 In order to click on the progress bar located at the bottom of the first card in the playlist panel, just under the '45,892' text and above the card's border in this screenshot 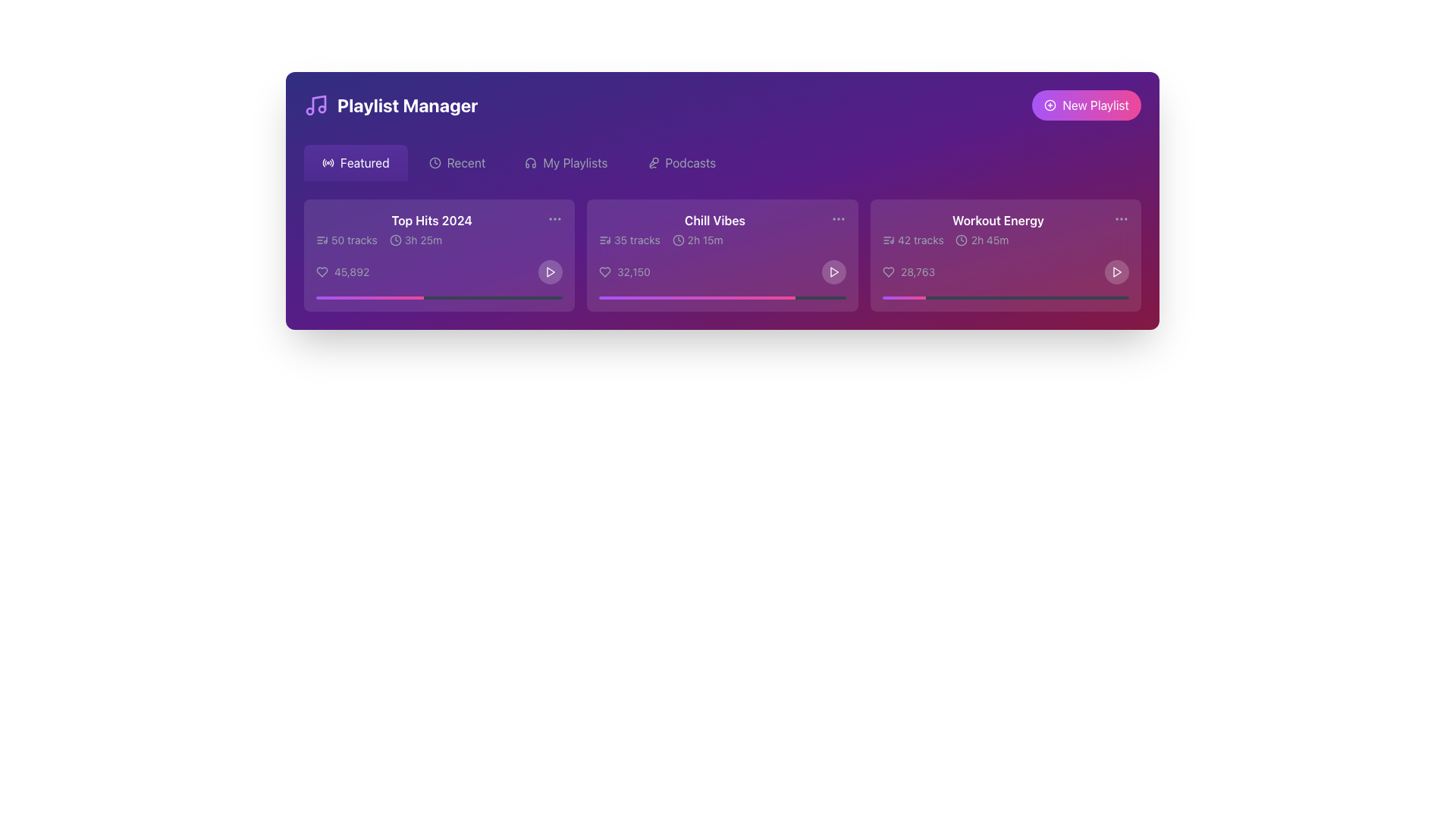, I will do `click(438, 298)`.